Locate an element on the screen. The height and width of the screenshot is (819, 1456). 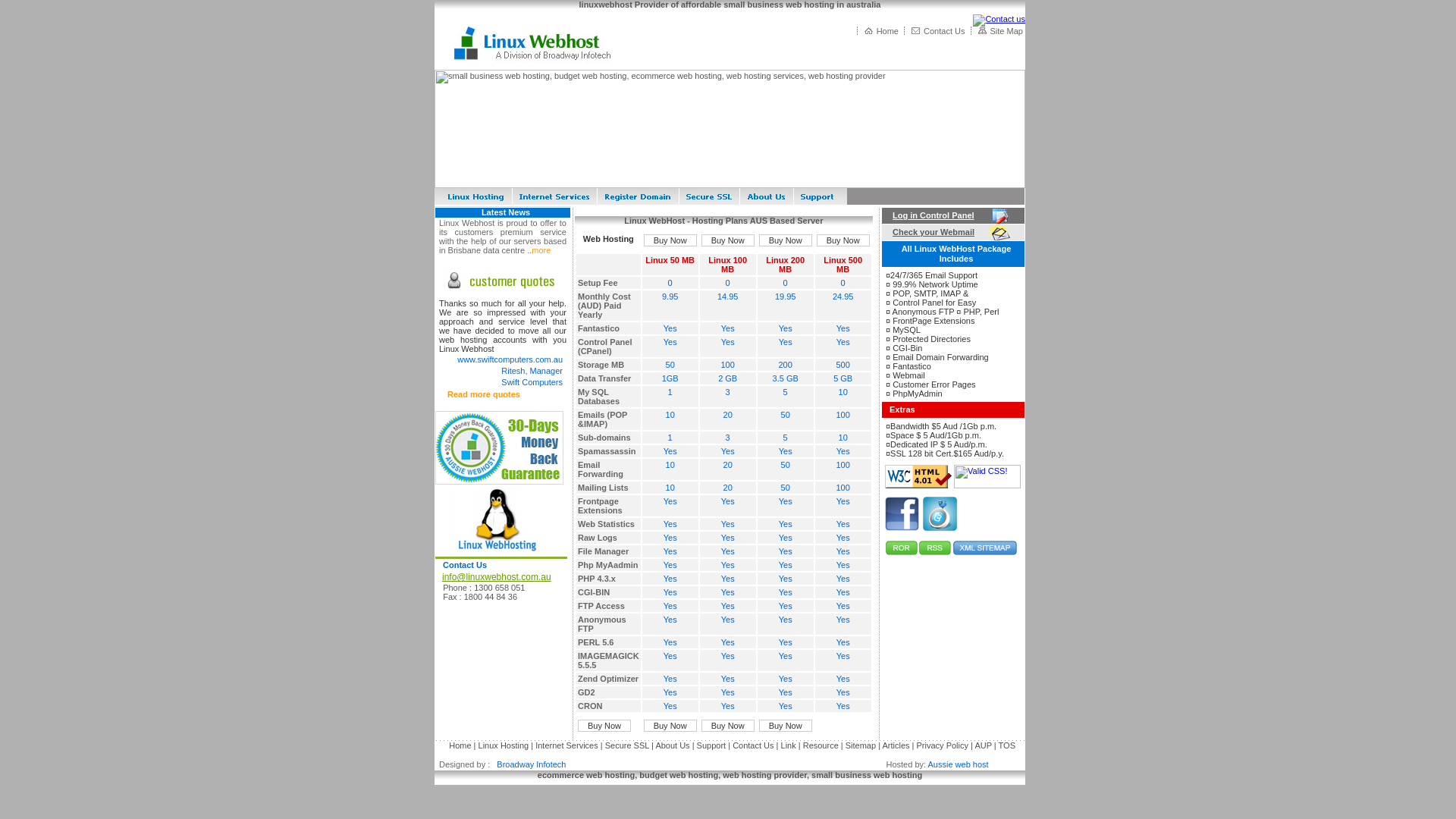
'TOS' is located at coordinates (998, 745).